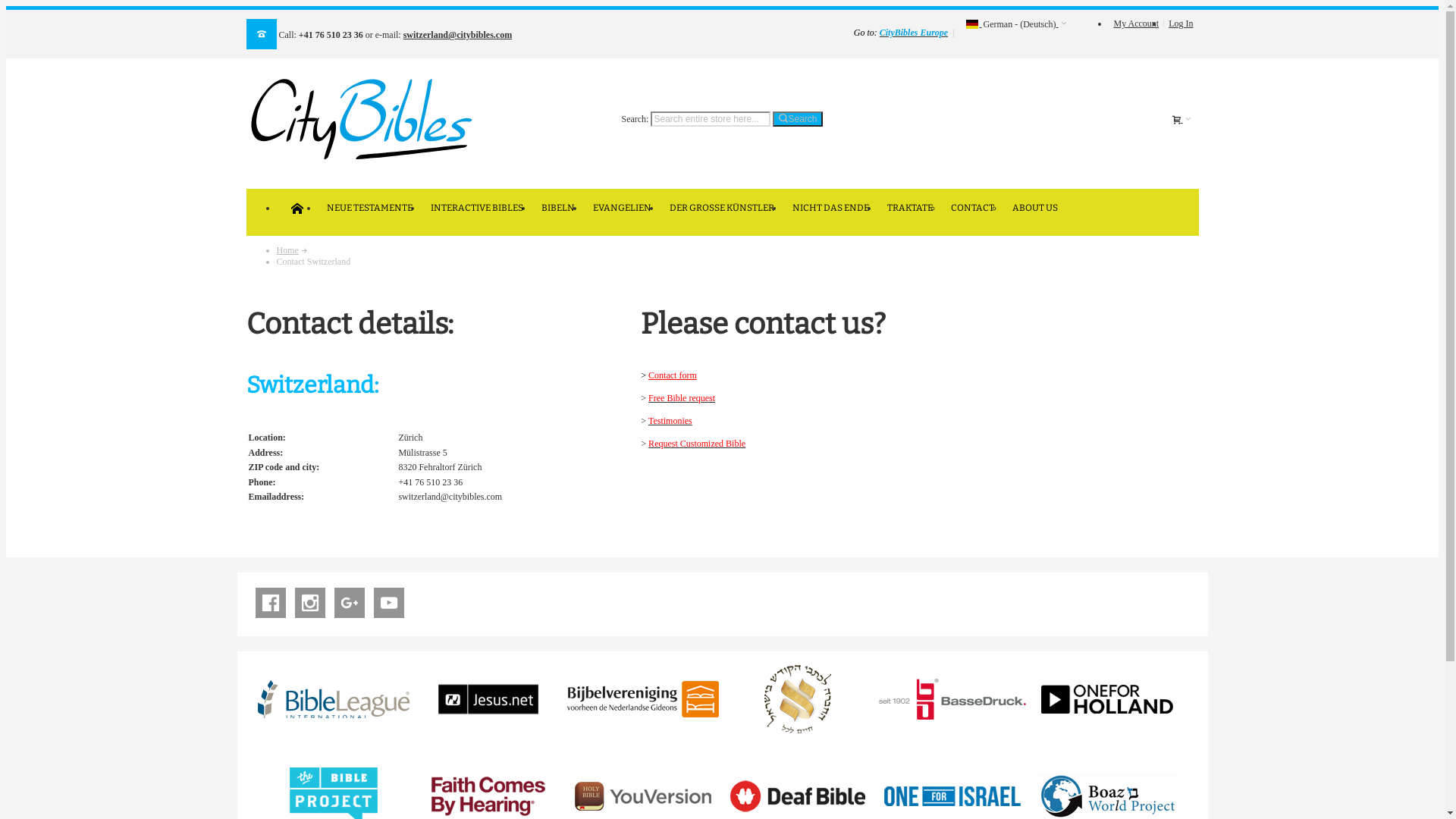 The height and width of the screenshot is (819, 1456). I want to click on 'BIBELN', so click(557, 207).